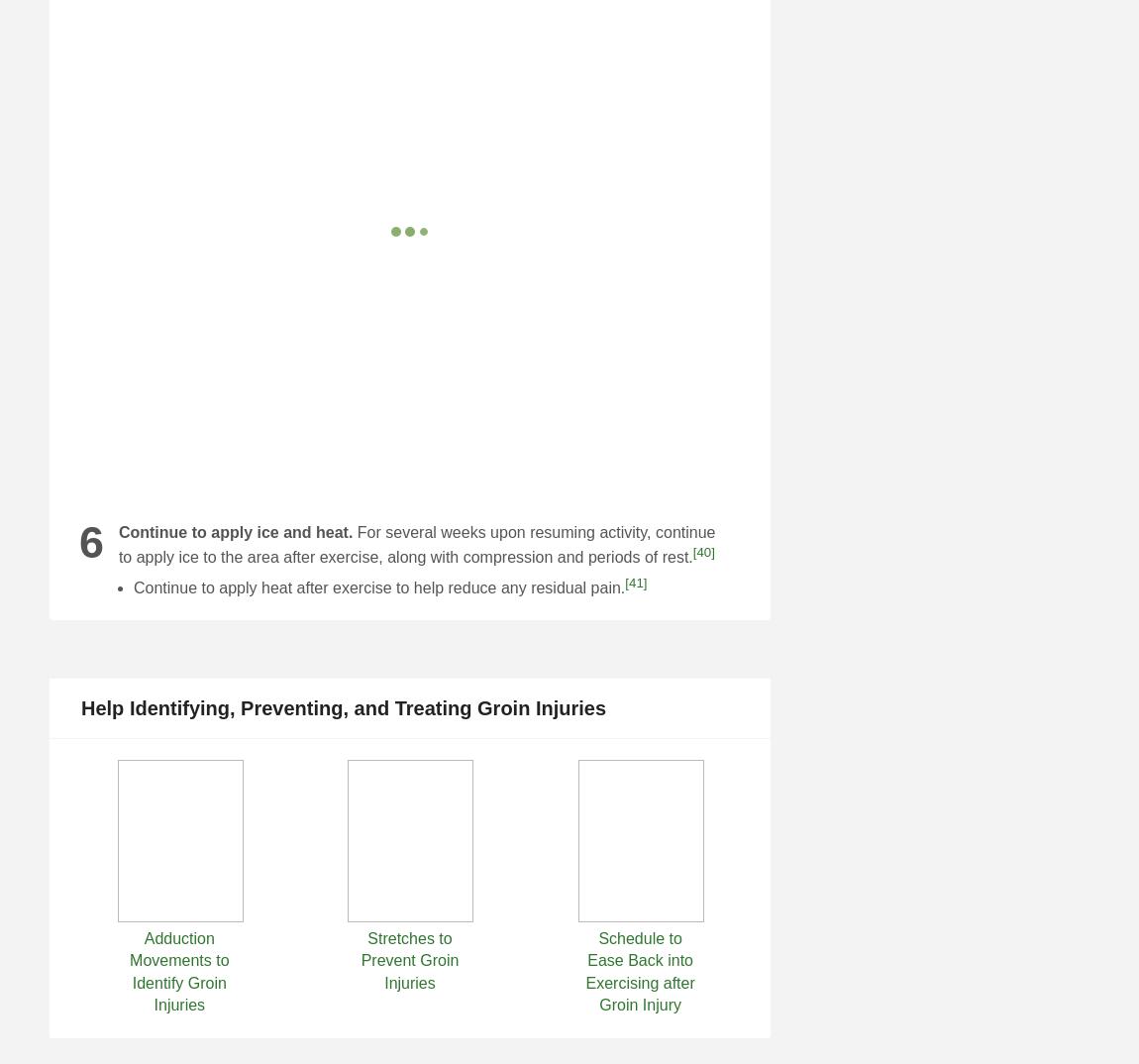  Describe the element at coordinates (117, 543) in the screenshot. I see `'For several weeks upon resuming activity, continue to apply ice to the area after exercise, along with compression and periods of rest.'` at that location.